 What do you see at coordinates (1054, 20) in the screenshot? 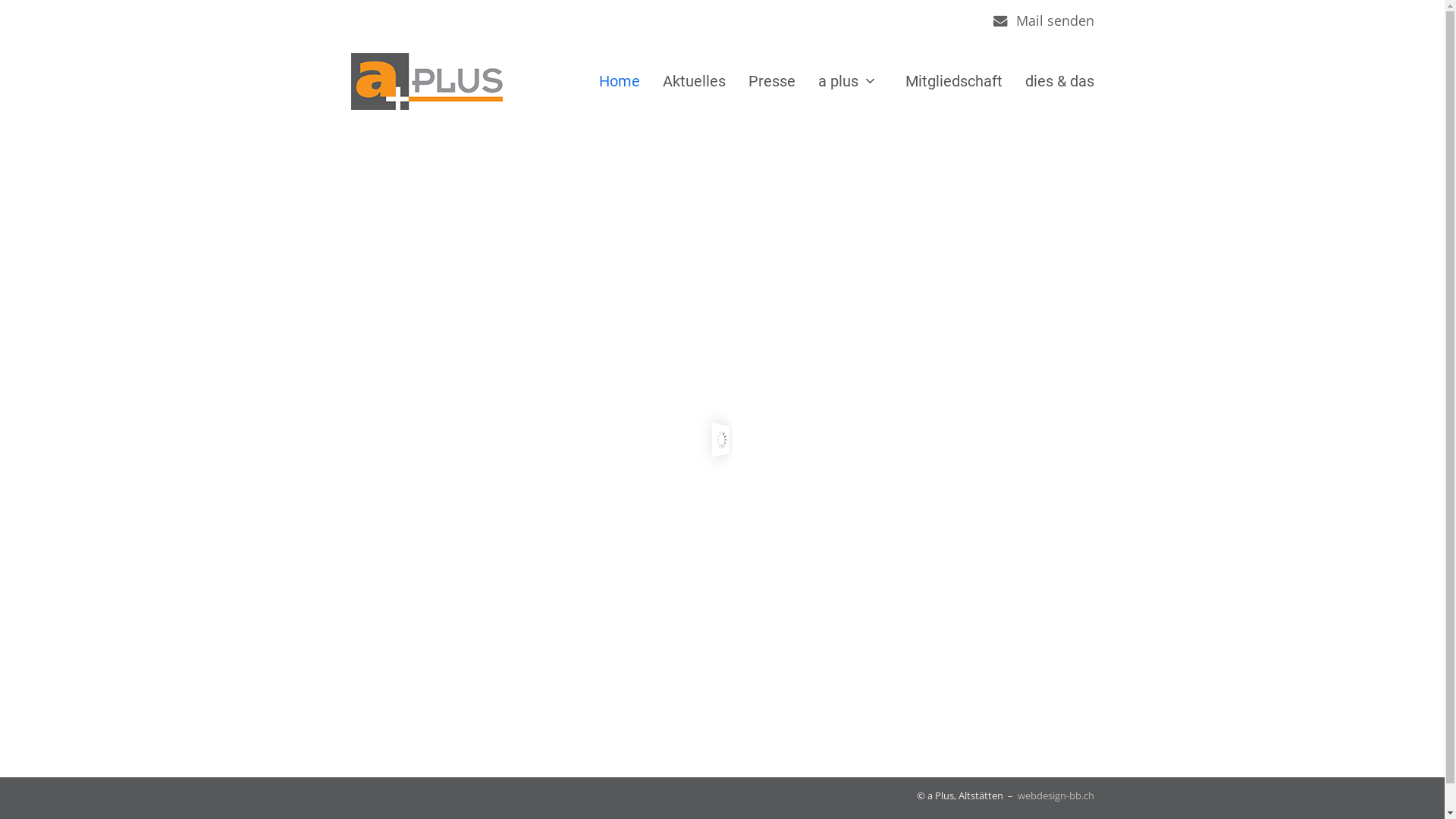
I see `'Mail senden'` at bounding box center [1054, 20].